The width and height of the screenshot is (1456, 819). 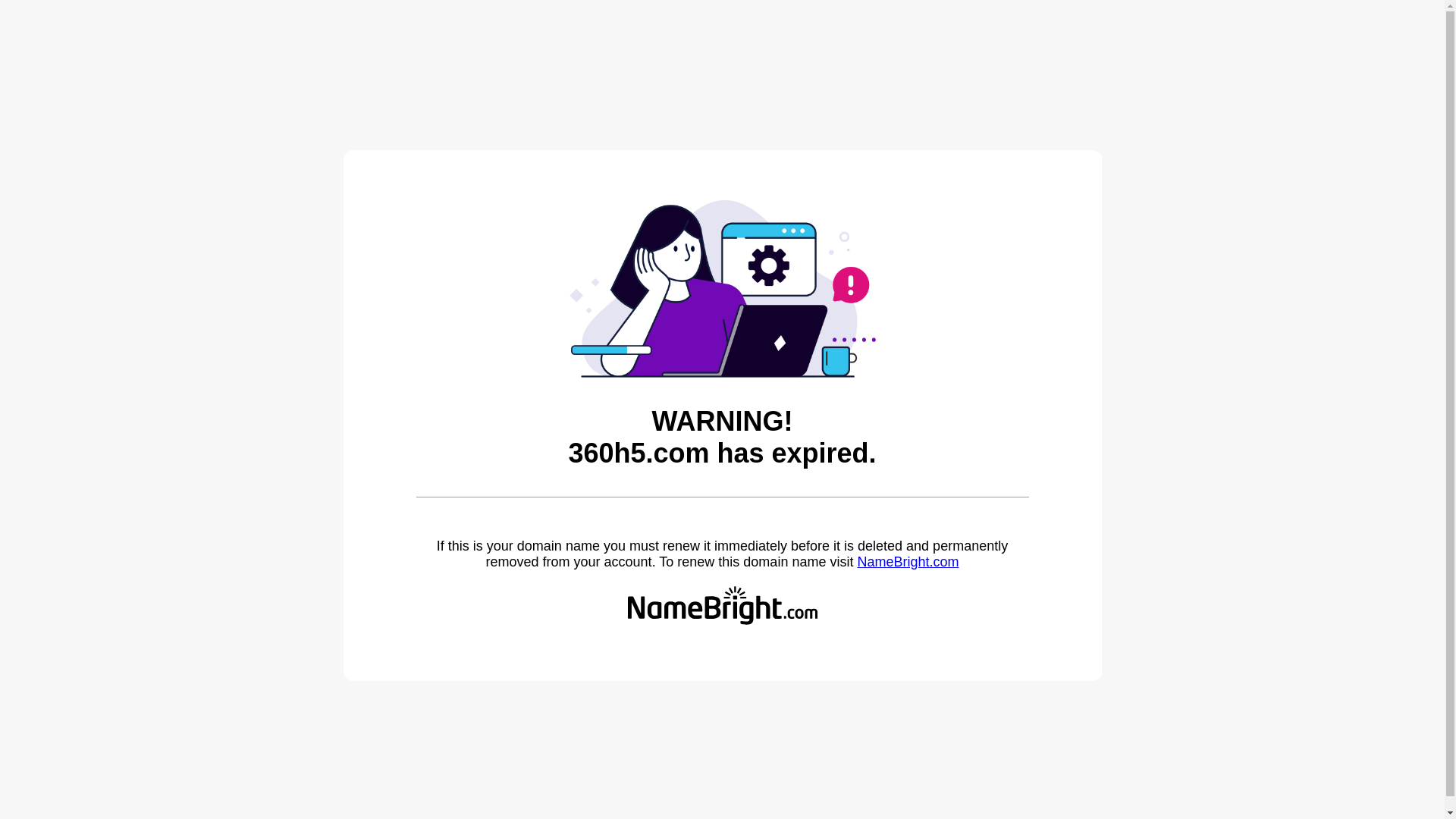 I want to click on 'NameBright.com', so click(x=907, y=561).